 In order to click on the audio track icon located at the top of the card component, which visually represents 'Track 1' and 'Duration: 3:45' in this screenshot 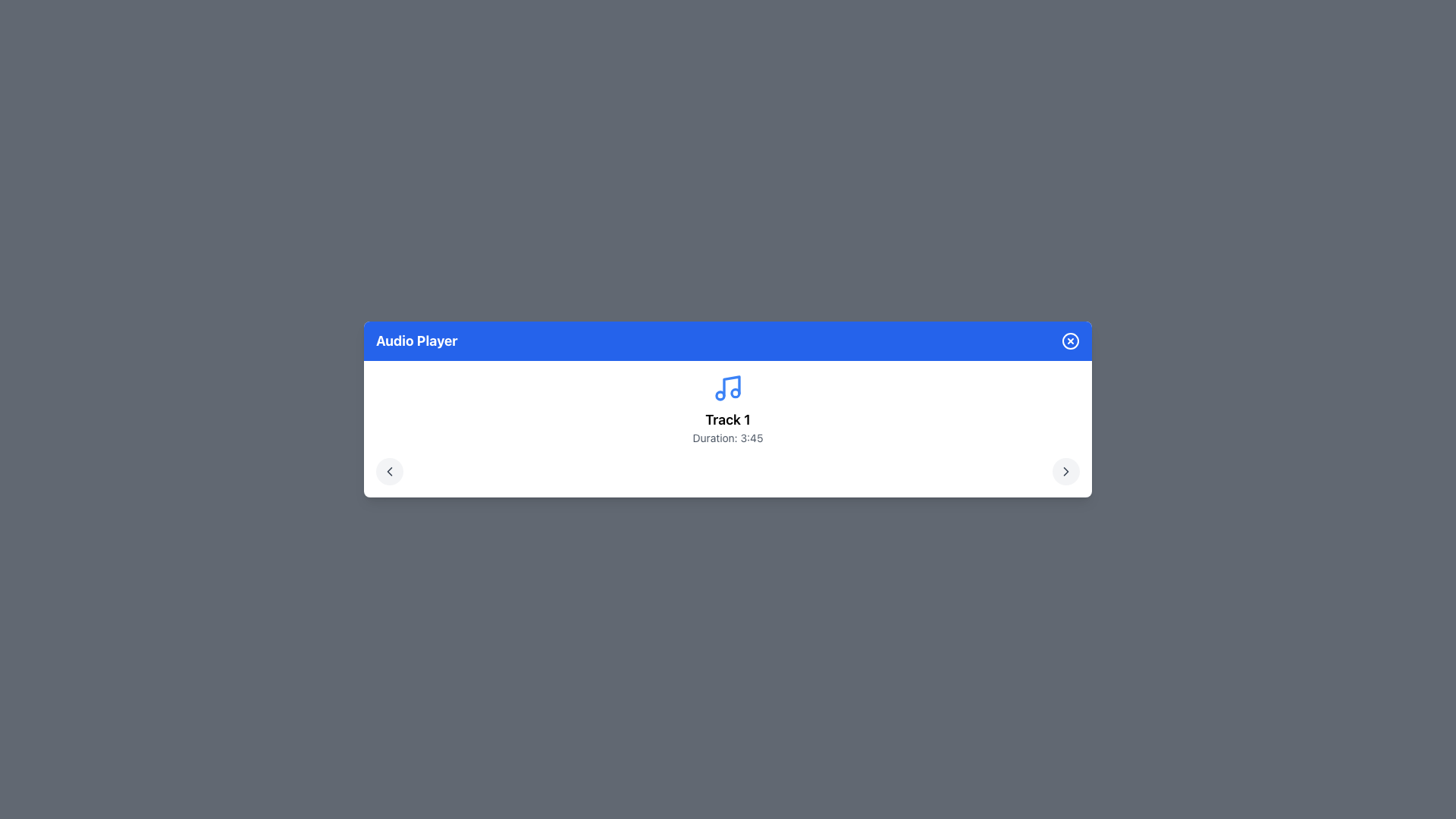, I will do `click(728, 388)`.